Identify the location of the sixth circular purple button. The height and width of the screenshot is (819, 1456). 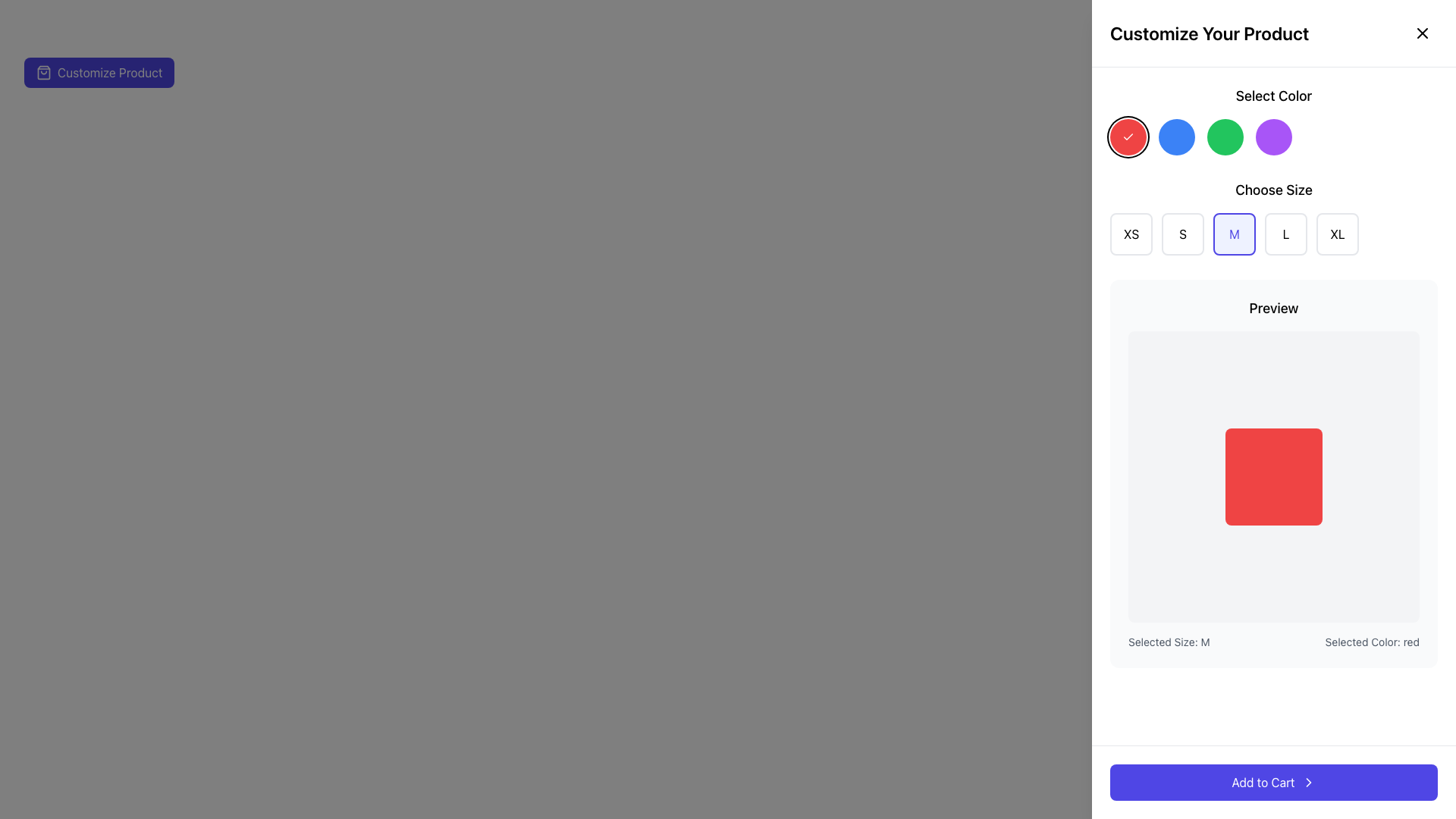
(1274, 137).